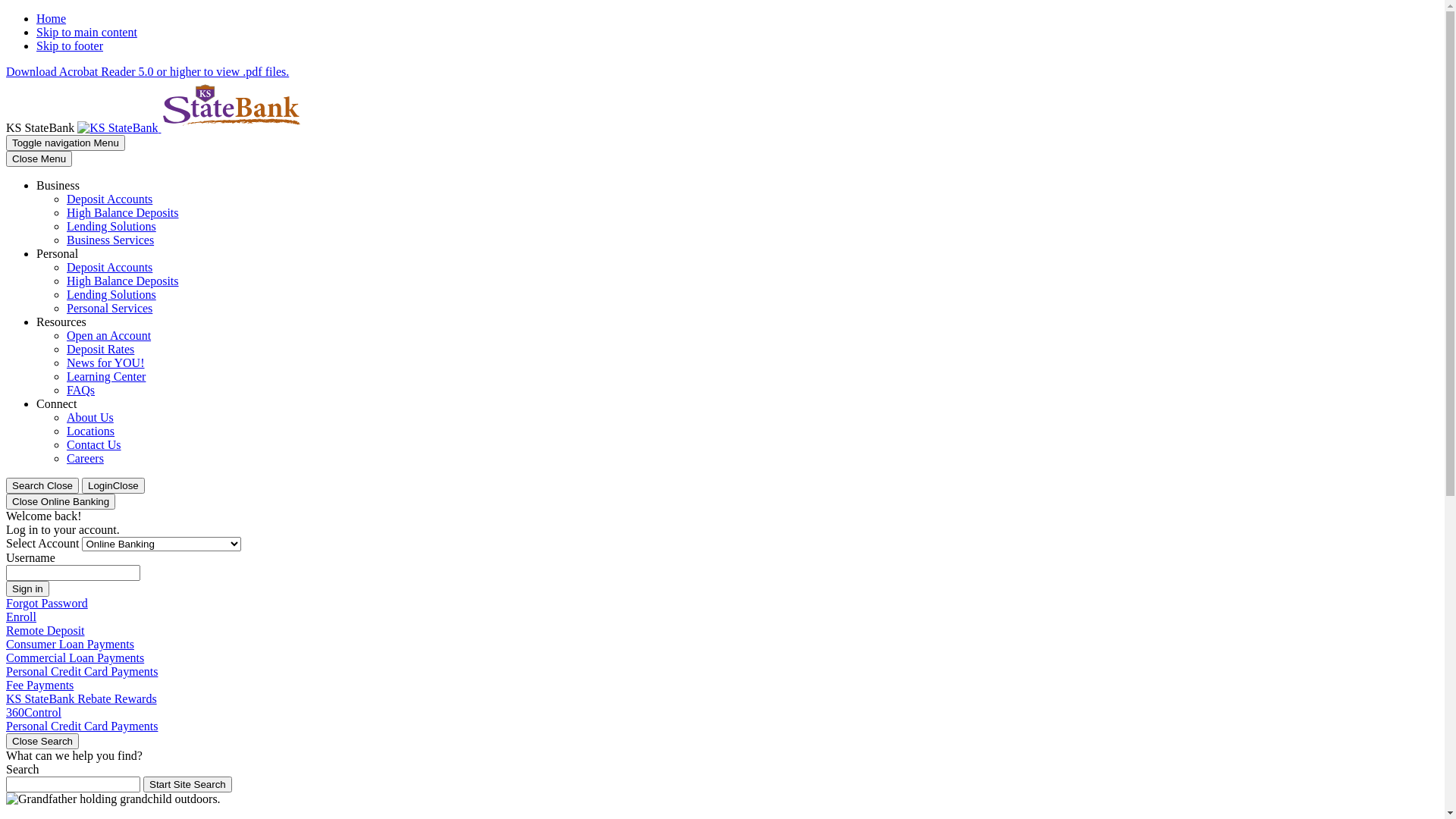  What do you see at coordinates (109, 239) in the screenshot?
I see `'Business Services'` at bounding box center [109, 239].